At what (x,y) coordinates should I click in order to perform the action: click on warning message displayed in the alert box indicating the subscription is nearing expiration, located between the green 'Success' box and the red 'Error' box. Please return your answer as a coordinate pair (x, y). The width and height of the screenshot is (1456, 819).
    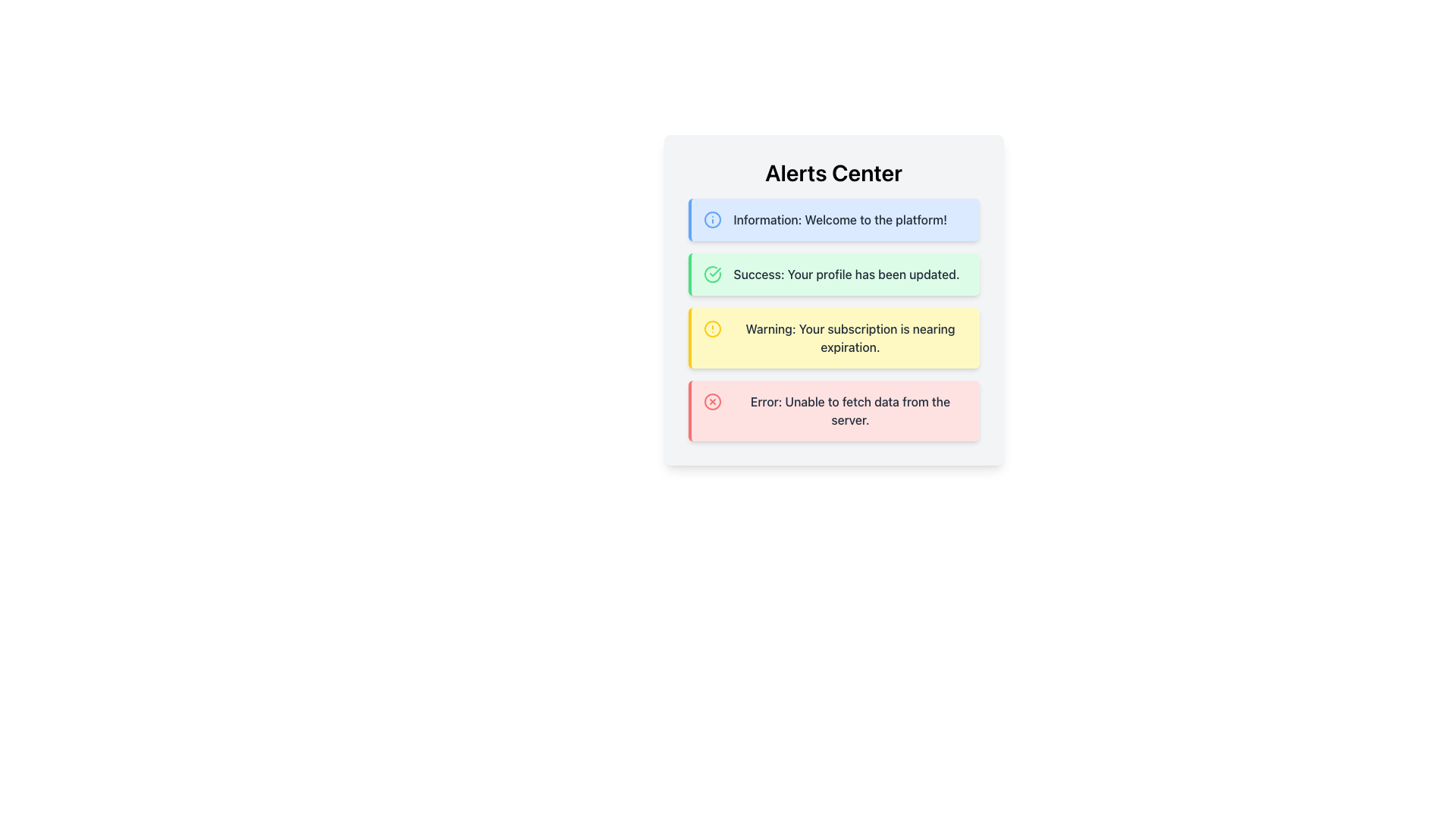
    Looking at the image, I should click on (833, 337).